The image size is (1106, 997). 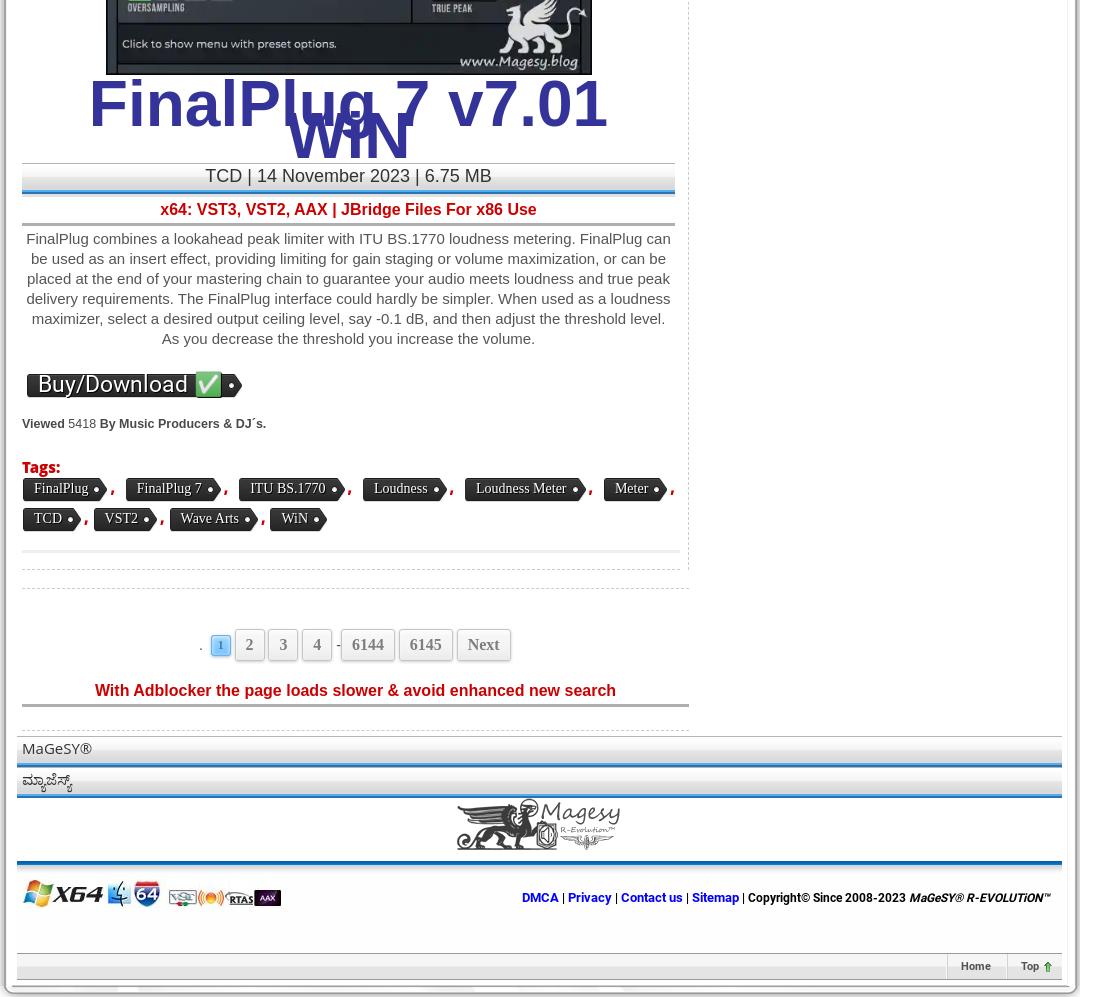 I want to click on 'Meter', so click(x=629, y=488).